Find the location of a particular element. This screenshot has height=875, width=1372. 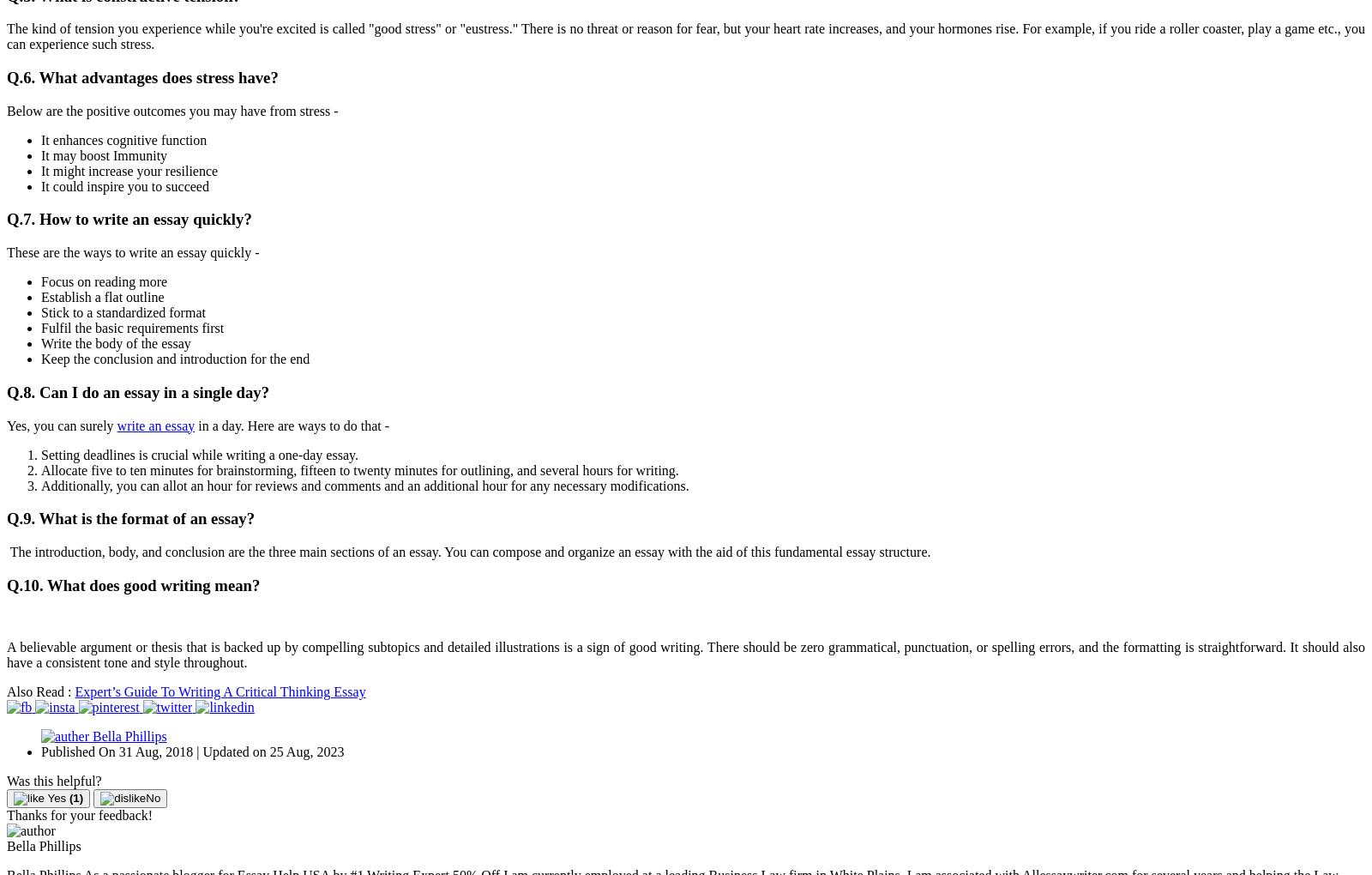

'It might increase your resilience' is located at coordinates (129, 169).